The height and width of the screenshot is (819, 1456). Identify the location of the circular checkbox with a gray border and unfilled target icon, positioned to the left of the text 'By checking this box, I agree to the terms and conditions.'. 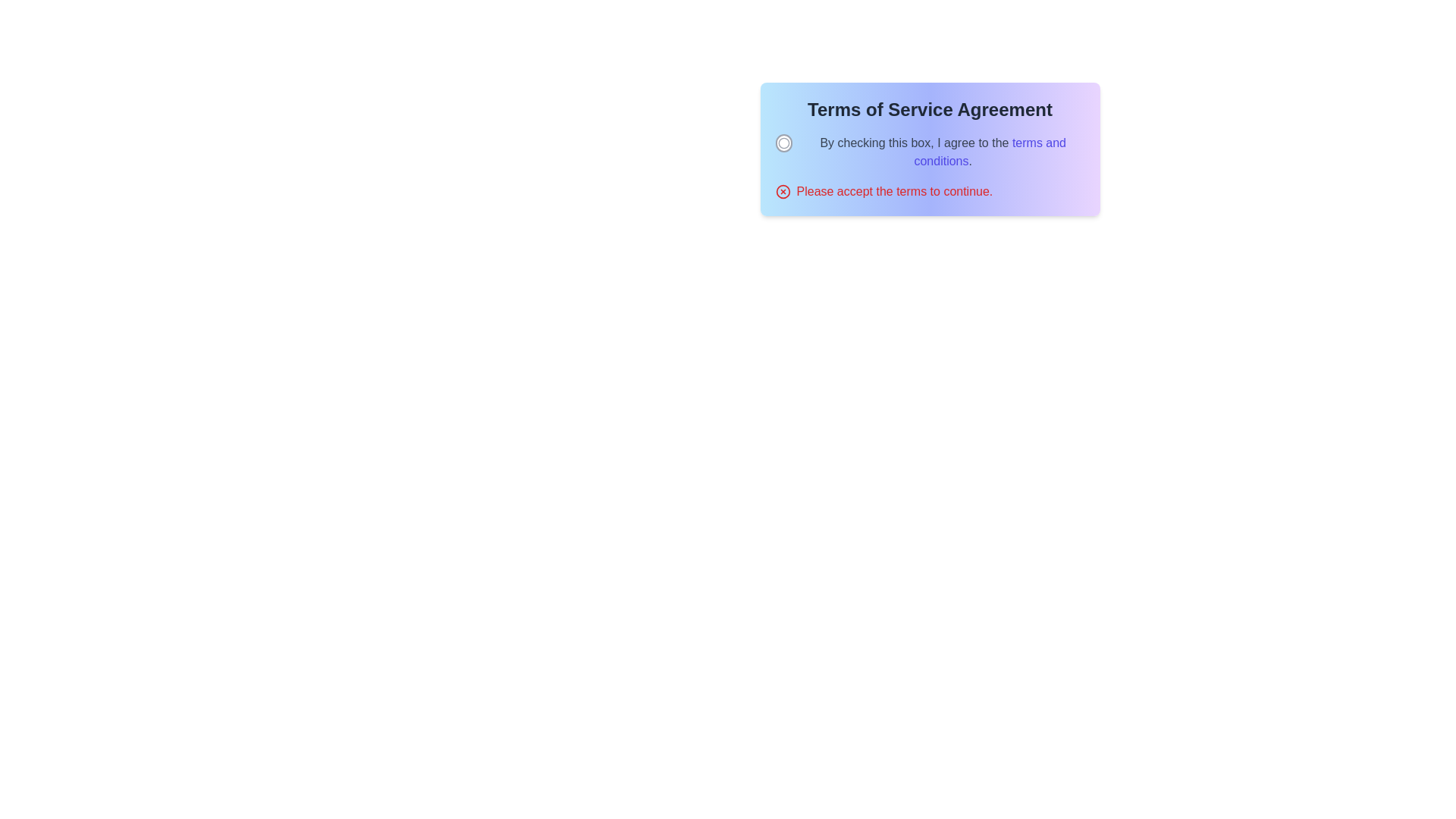
(783, 143).